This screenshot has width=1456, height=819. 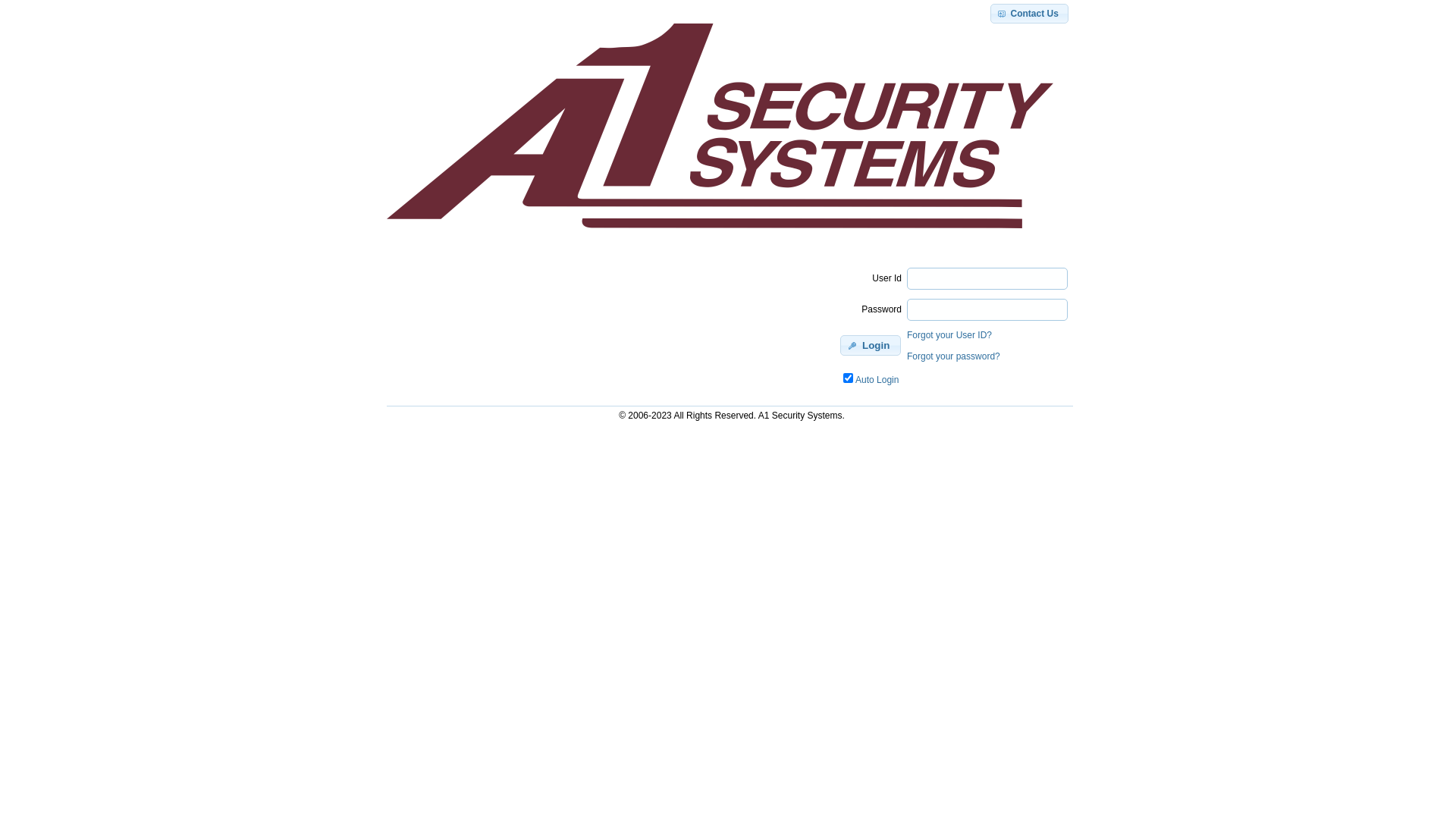 What do you see at coordinates (1029, 14) in the screenshot?
I see `'Contact Us'` at bounding box center [1029, 14].